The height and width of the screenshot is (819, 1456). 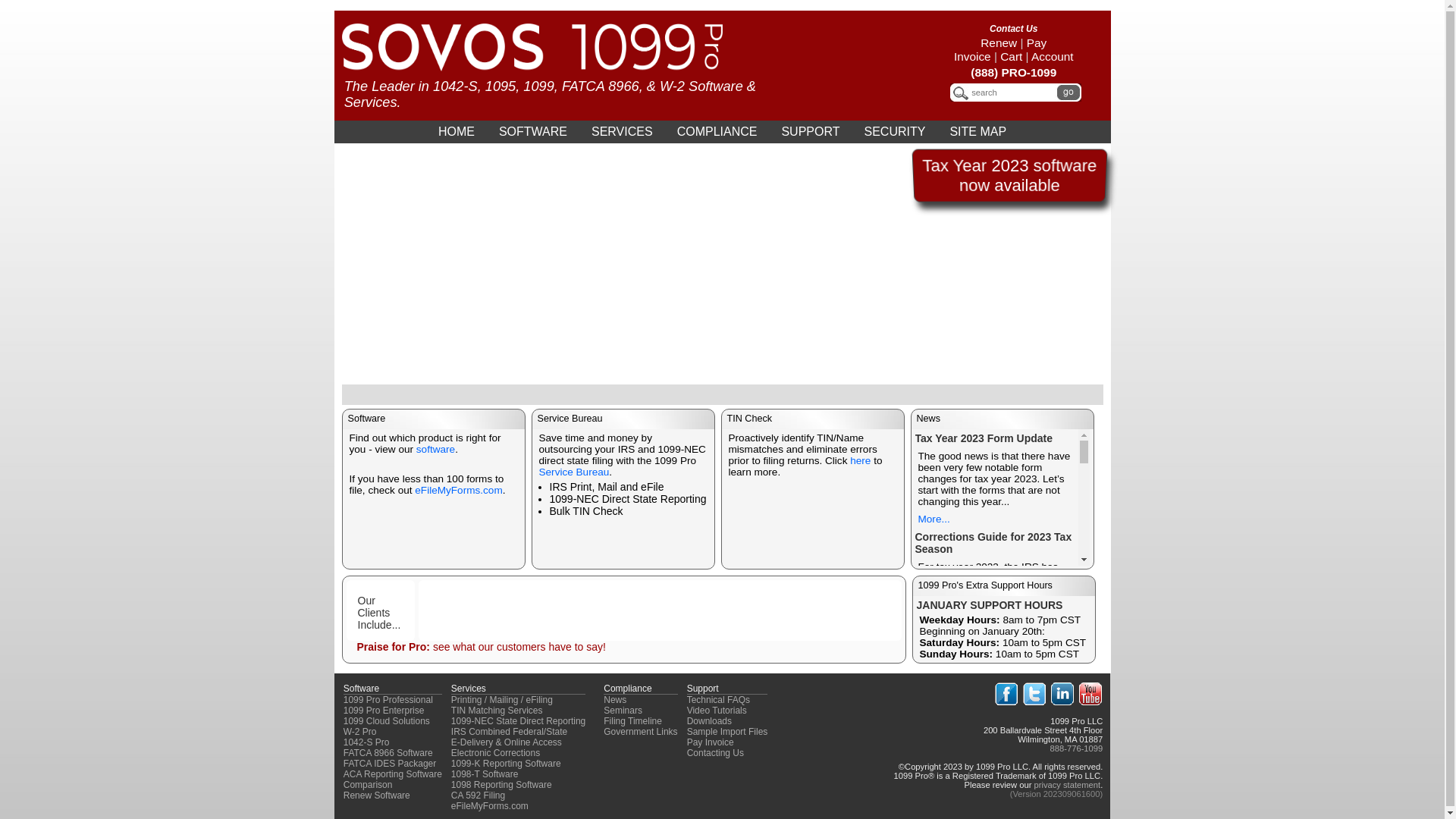 I want to click on 'Service Bureau', so click(x=573, y=471).